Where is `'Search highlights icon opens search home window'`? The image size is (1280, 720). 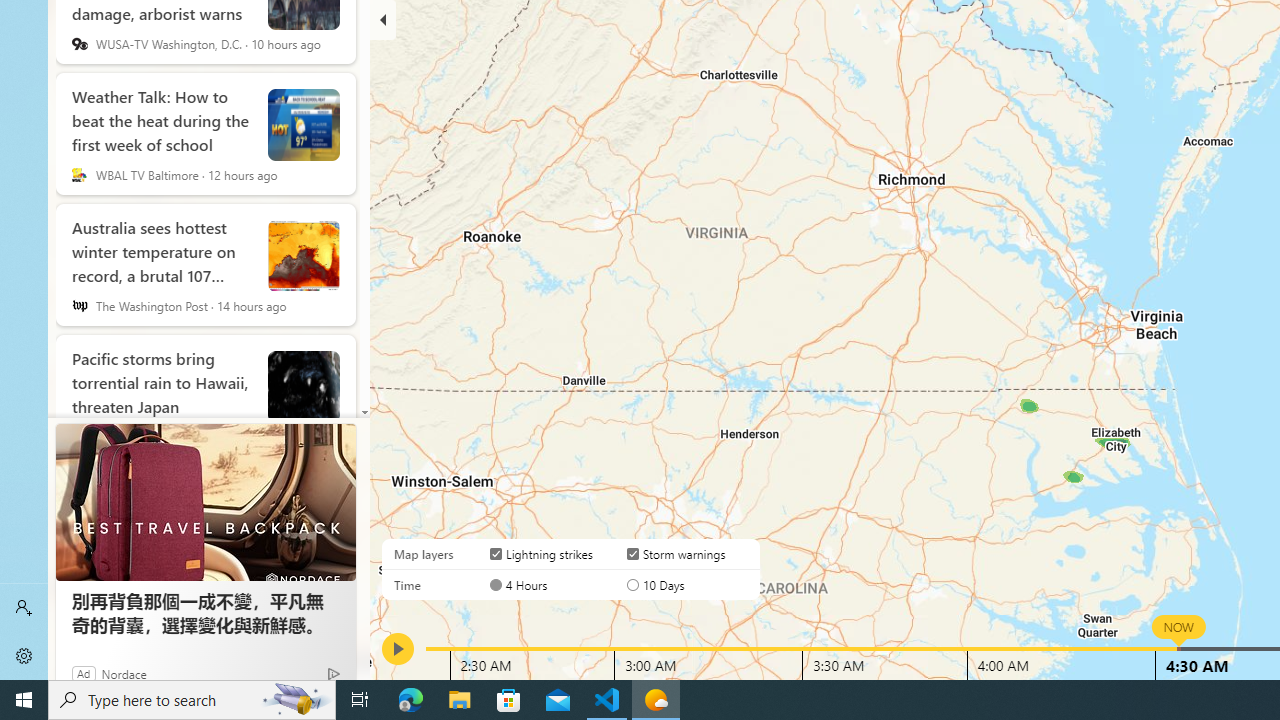 'Search highlights icon opens search home window' is located at coordinates (294, 698).